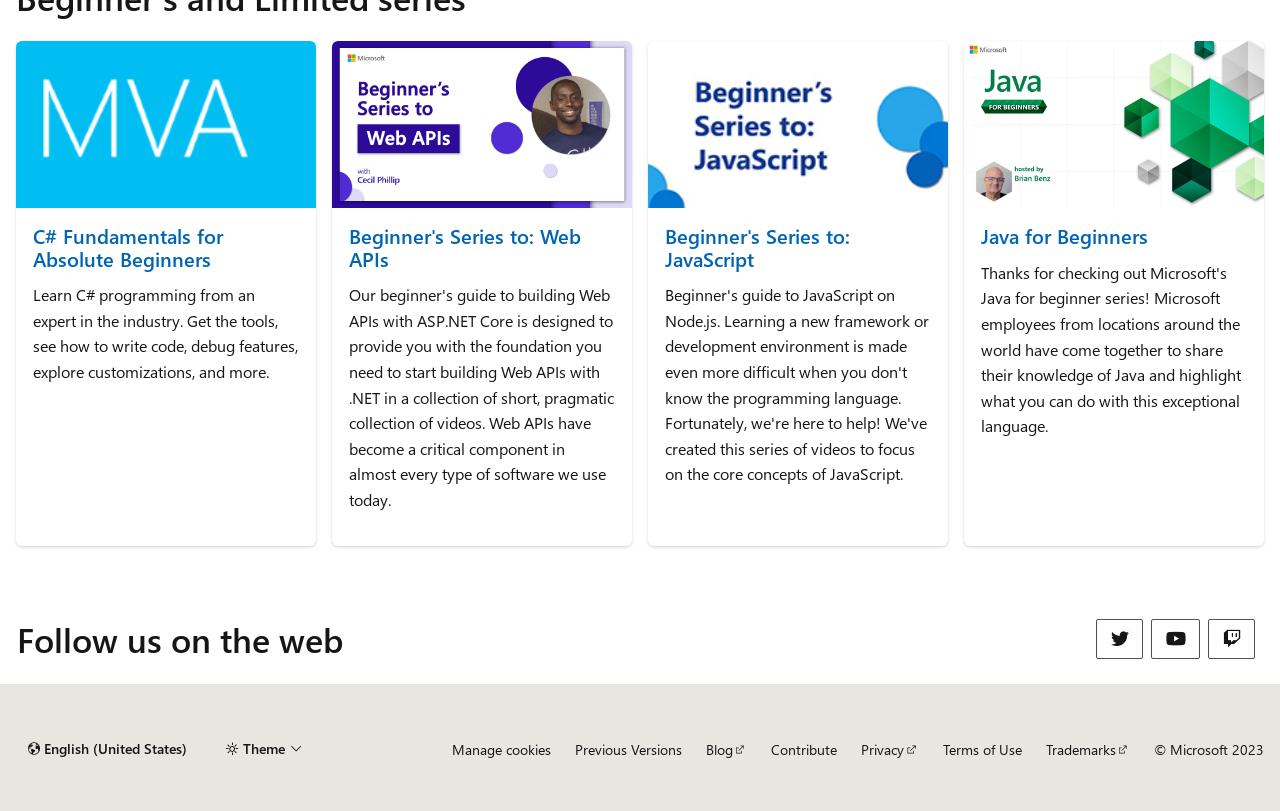 This screenshot has width=1280, height=811. What do you see at coordinates (664, 384) in the screenshot?
I see `'Beginner's guide to JavaScript on Node.js. Learning a new framework or development environment is made even more difficult when you don't know the programming language. Fortunately, we're here to help! We've created this series of videos to focus on the core concepts of JavaScript.'` at bounding box center [664, 384].